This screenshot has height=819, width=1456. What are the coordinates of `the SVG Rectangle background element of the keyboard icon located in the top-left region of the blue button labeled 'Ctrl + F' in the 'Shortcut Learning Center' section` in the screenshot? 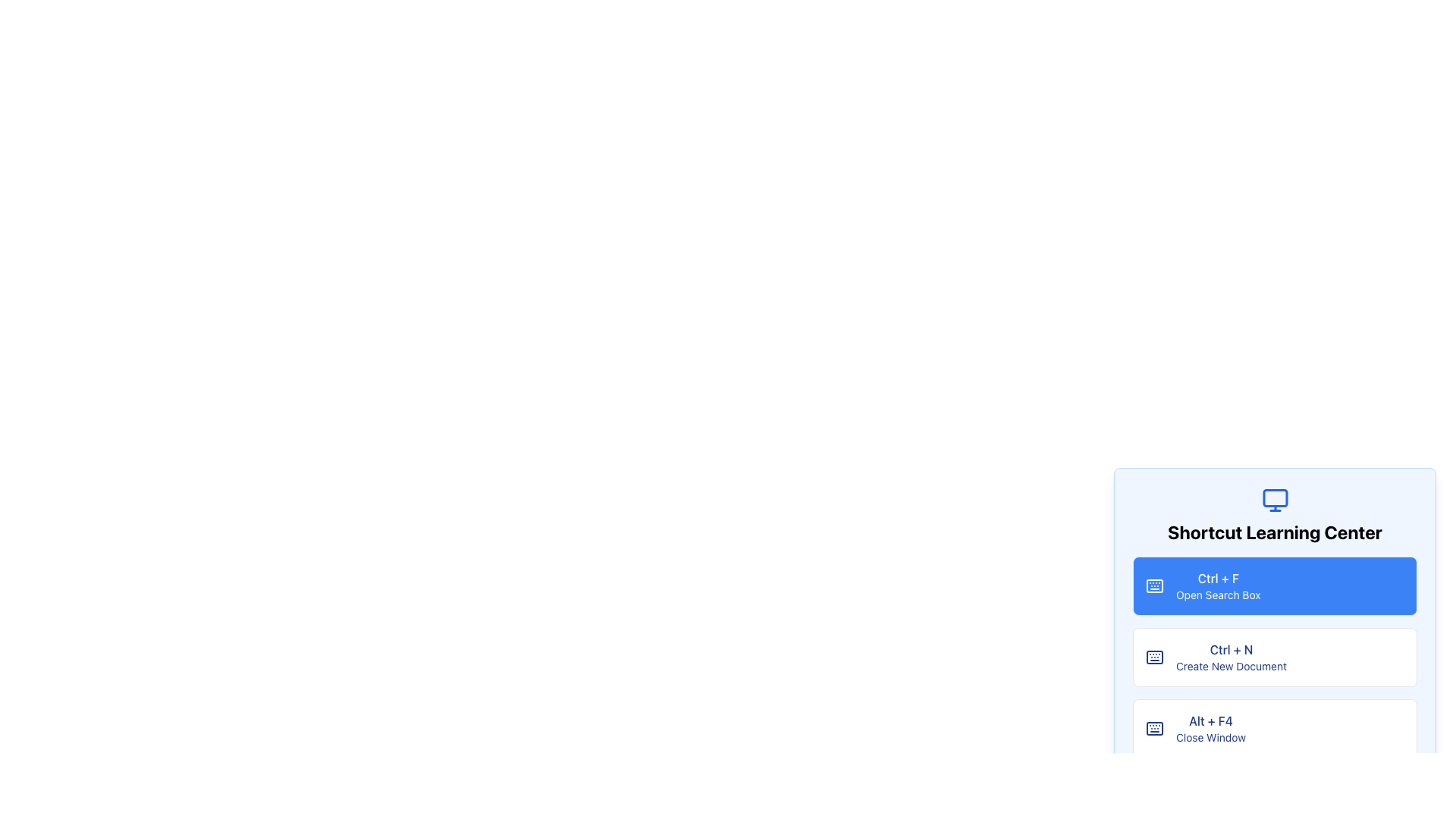 It's located at (1153, 657).